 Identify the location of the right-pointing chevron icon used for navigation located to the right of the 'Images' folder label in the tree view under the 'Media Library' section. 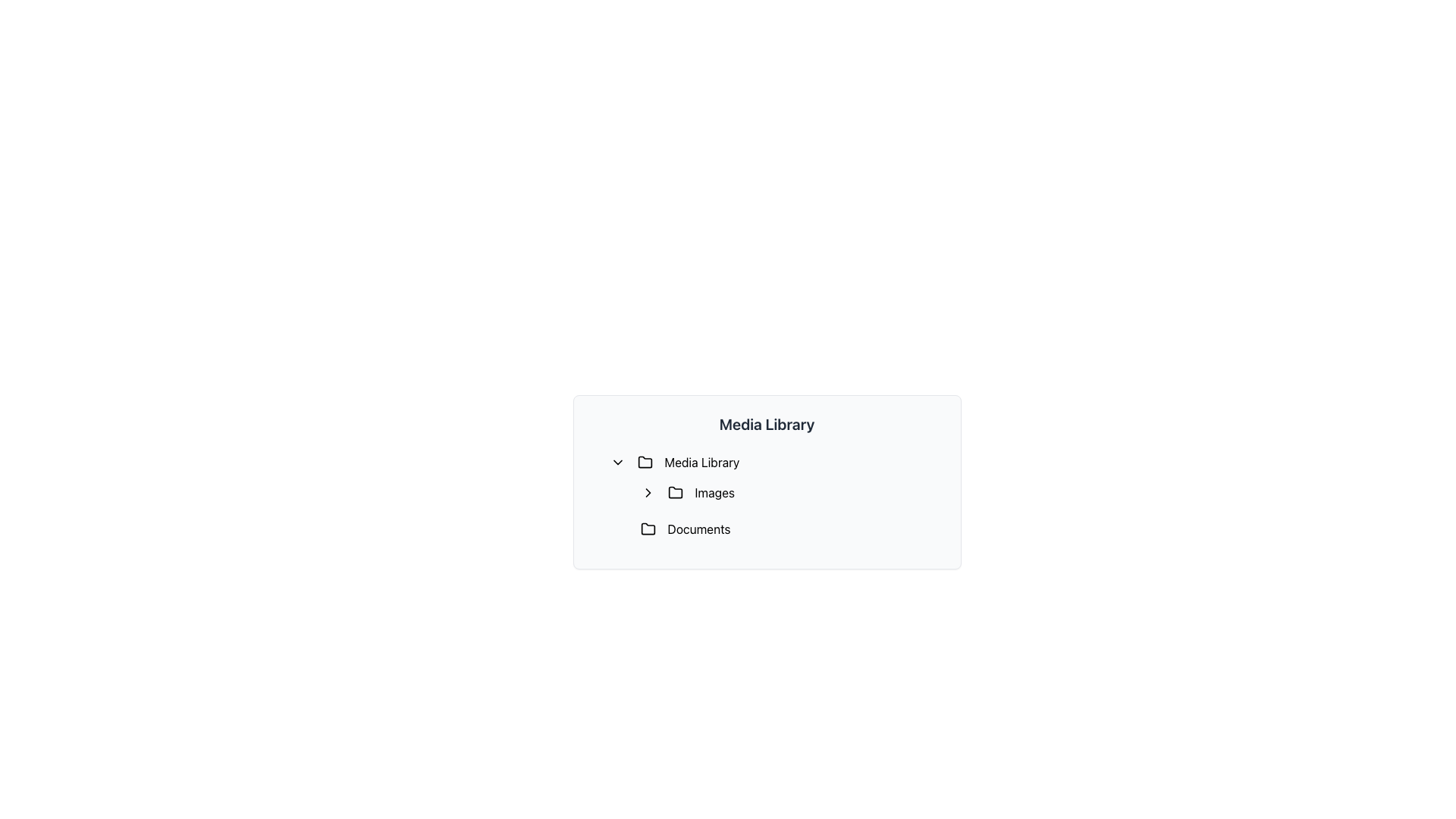
(648, 493).